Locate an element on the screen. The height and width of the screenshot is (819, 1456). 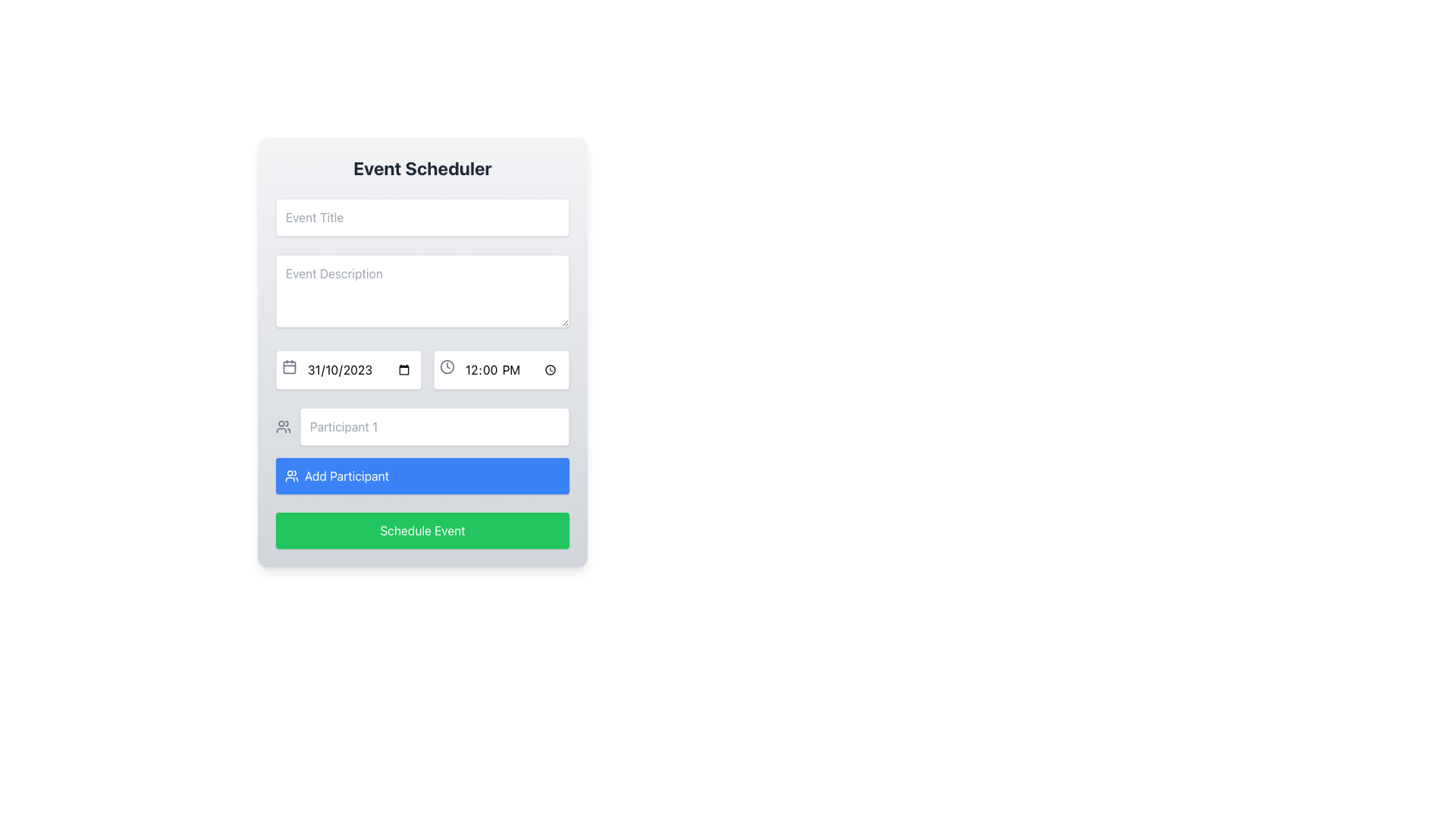
the 'Add Participant' button located below the text input field labeled 'Participant 1' in the 'Event Scheduler' panel is located at coordinates (422, 450).